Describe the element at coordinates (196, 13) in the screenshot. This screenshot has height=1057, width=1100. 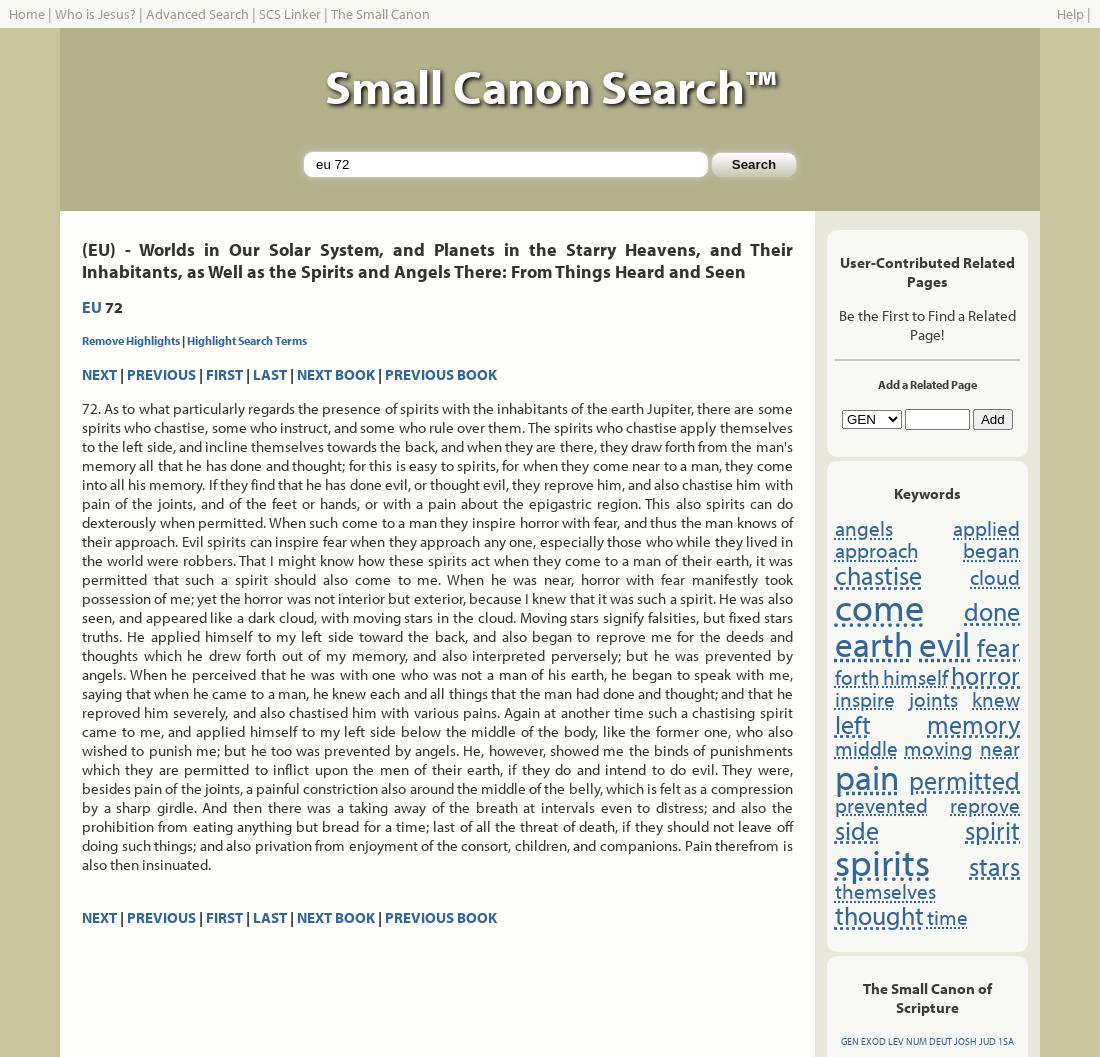
I see `'Advanced Search'` at that location.